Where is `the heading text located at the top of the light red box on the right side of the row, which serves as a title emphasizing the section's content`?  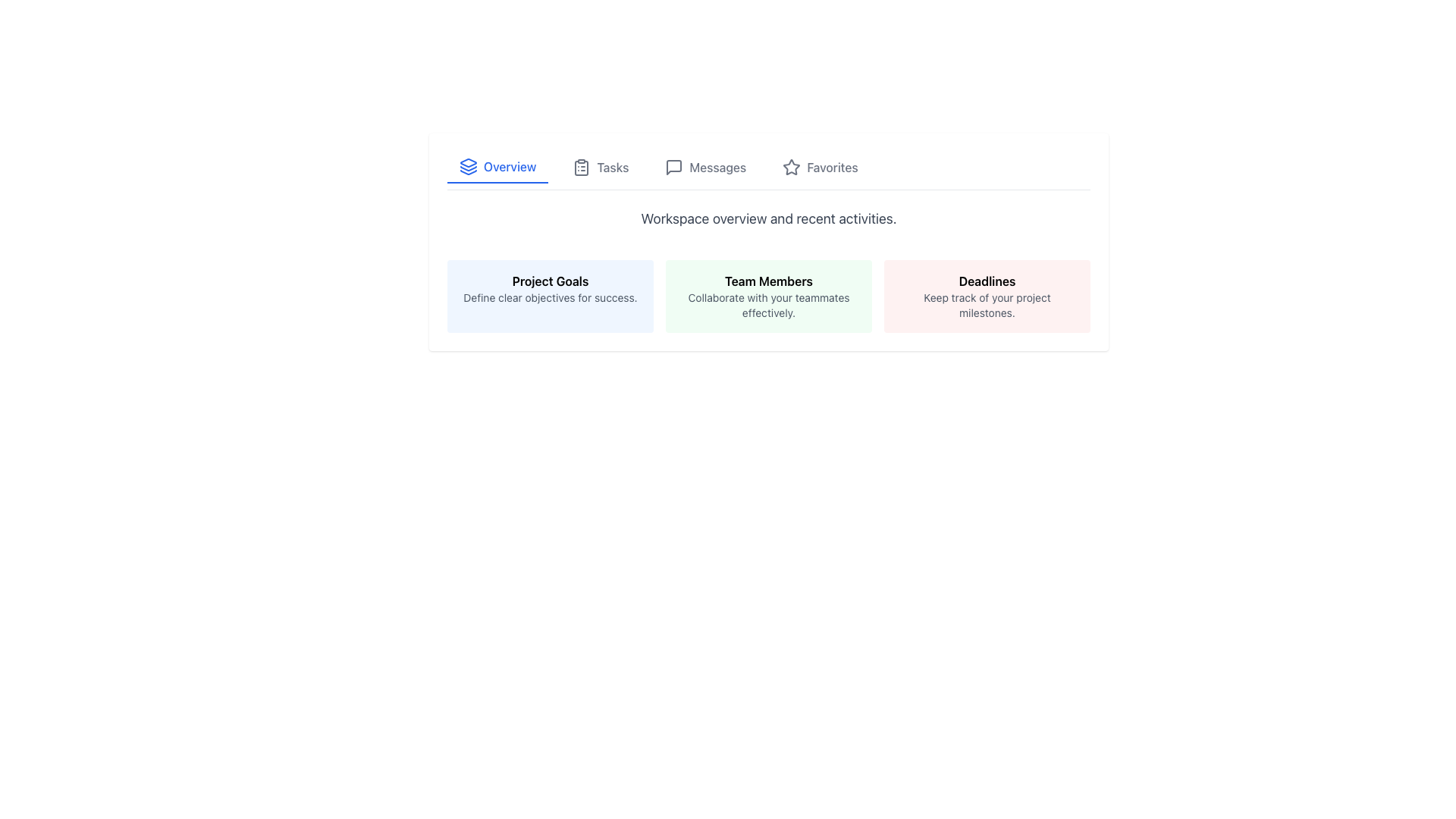
the heading text located at the top of the light red box on the right side of the row, which serves as a title emphasizing the section's content is located at coordinates (987, 281).